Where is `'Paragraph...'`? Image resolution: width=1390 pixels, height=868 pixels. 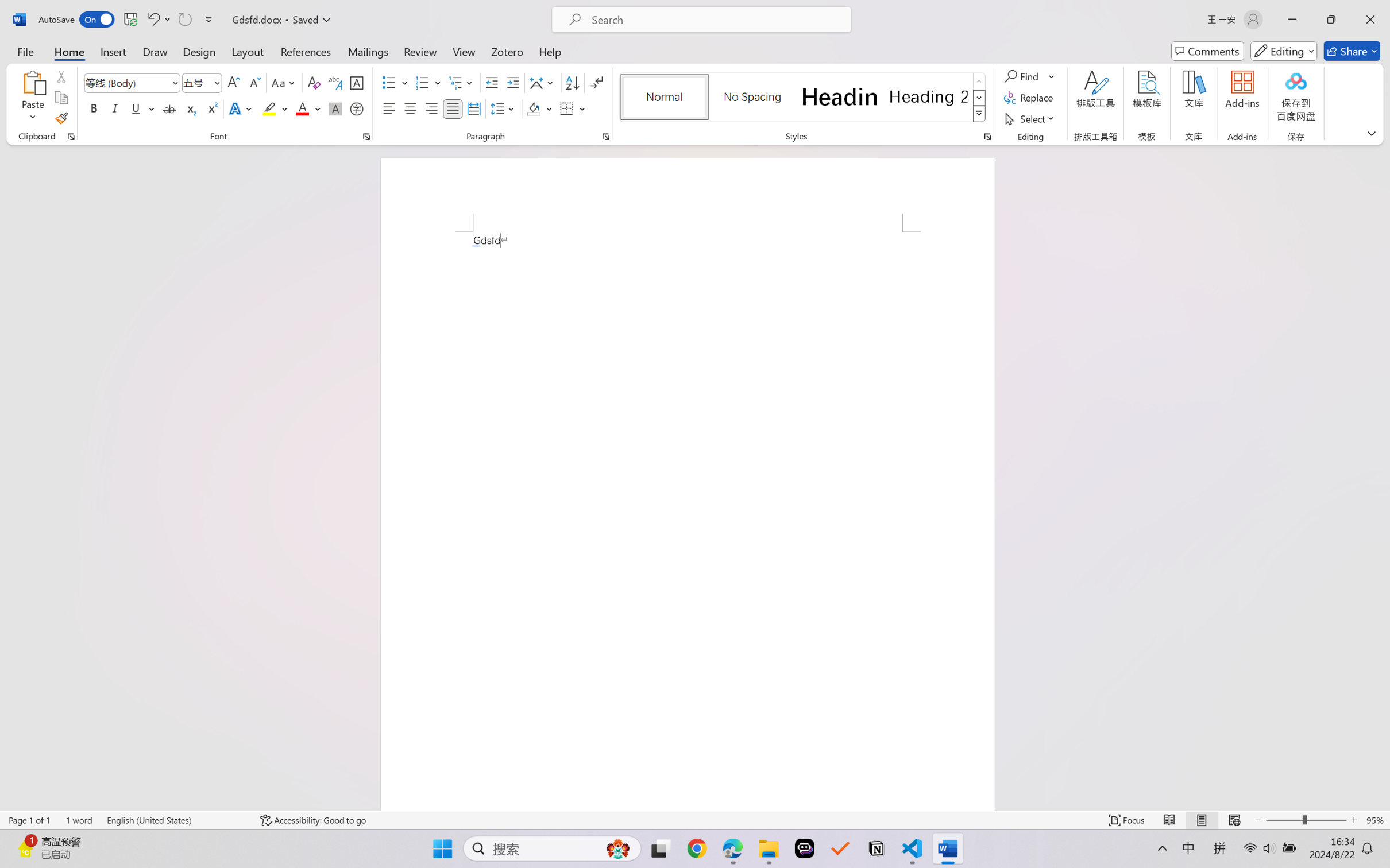
'Paragraph...' is located at coordinates (605, 136).